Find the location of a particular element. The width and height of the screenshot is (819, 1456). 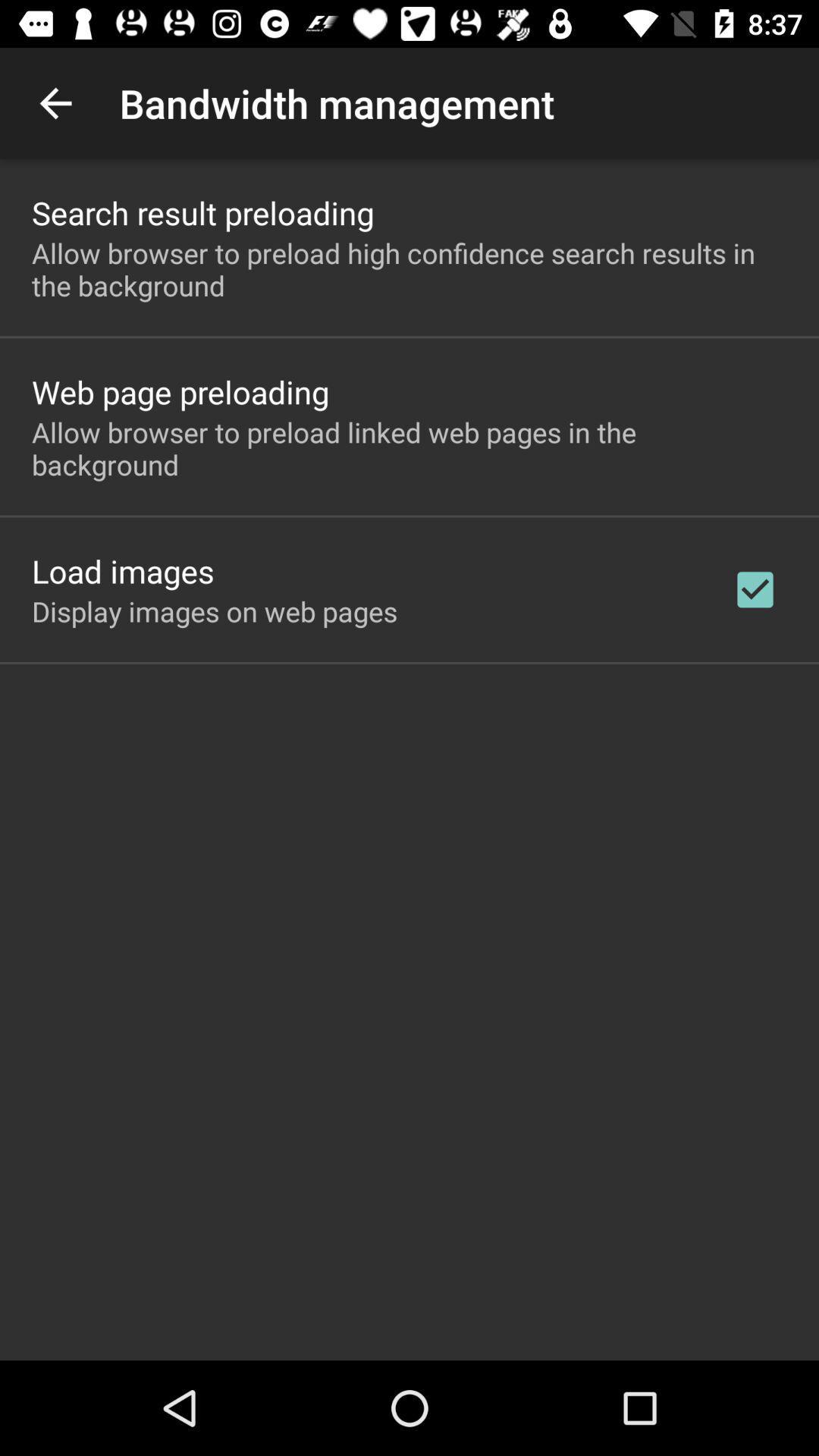

icon below the load images item is located at coordinates (215, 611).